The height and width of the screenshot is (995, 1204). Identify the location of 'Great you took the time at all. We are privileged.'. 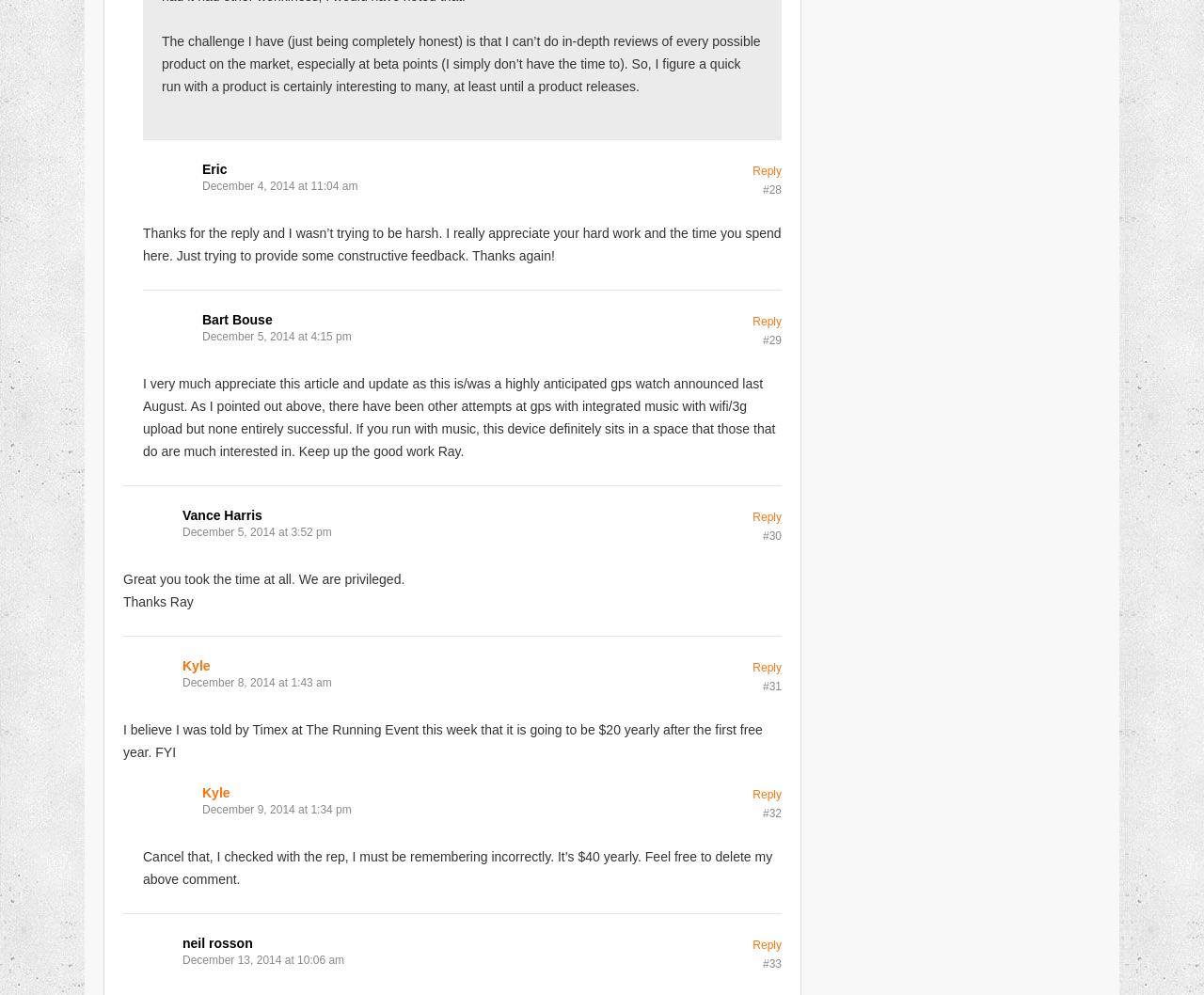
(121, 578).